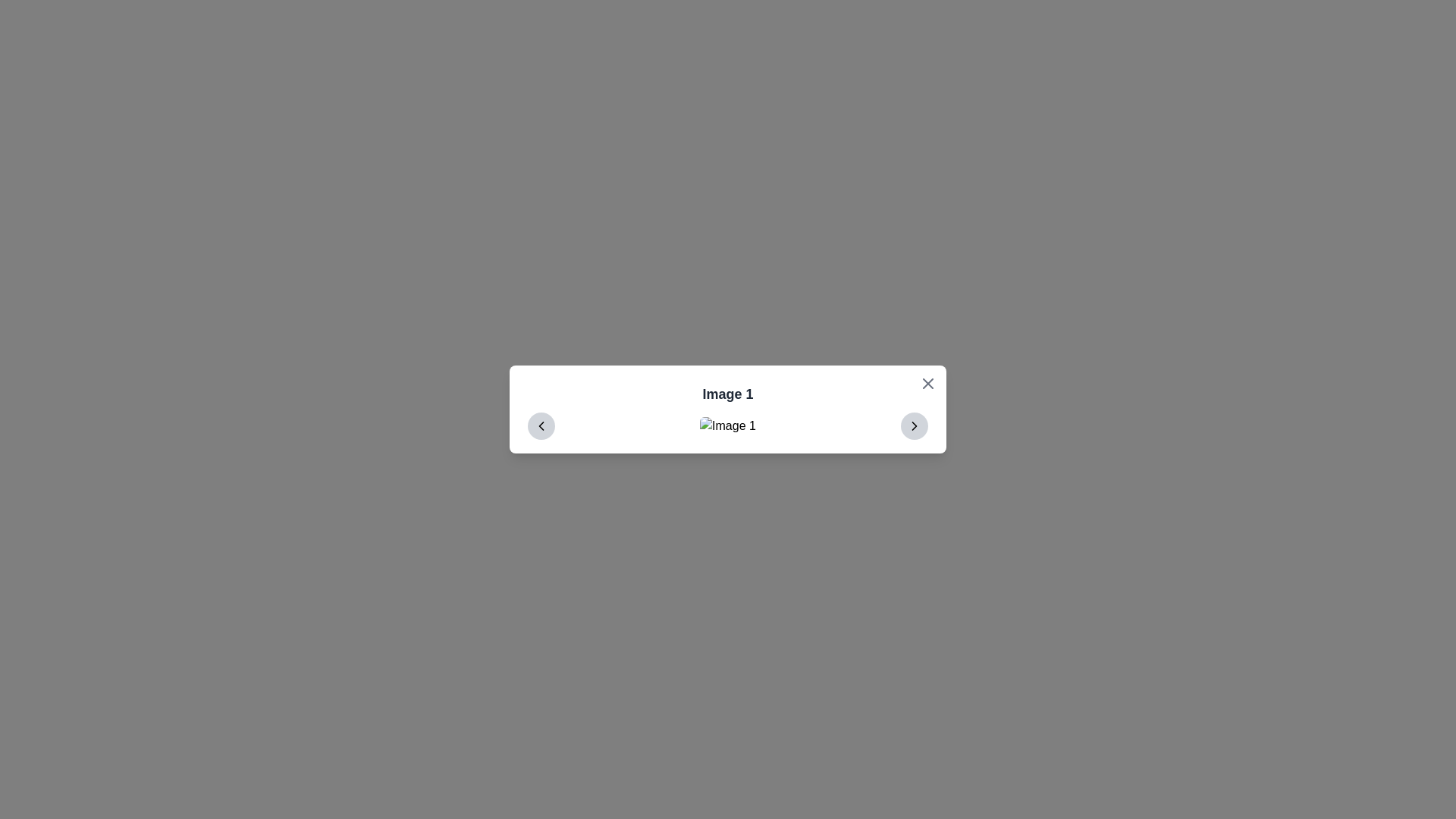 This screenshot has width=1456, height=819. What do you see at coordinates (927, 382) in the screenshot?
I see `close button at the top-right corner of the dialog to close it` at bounding box center [927, 382].